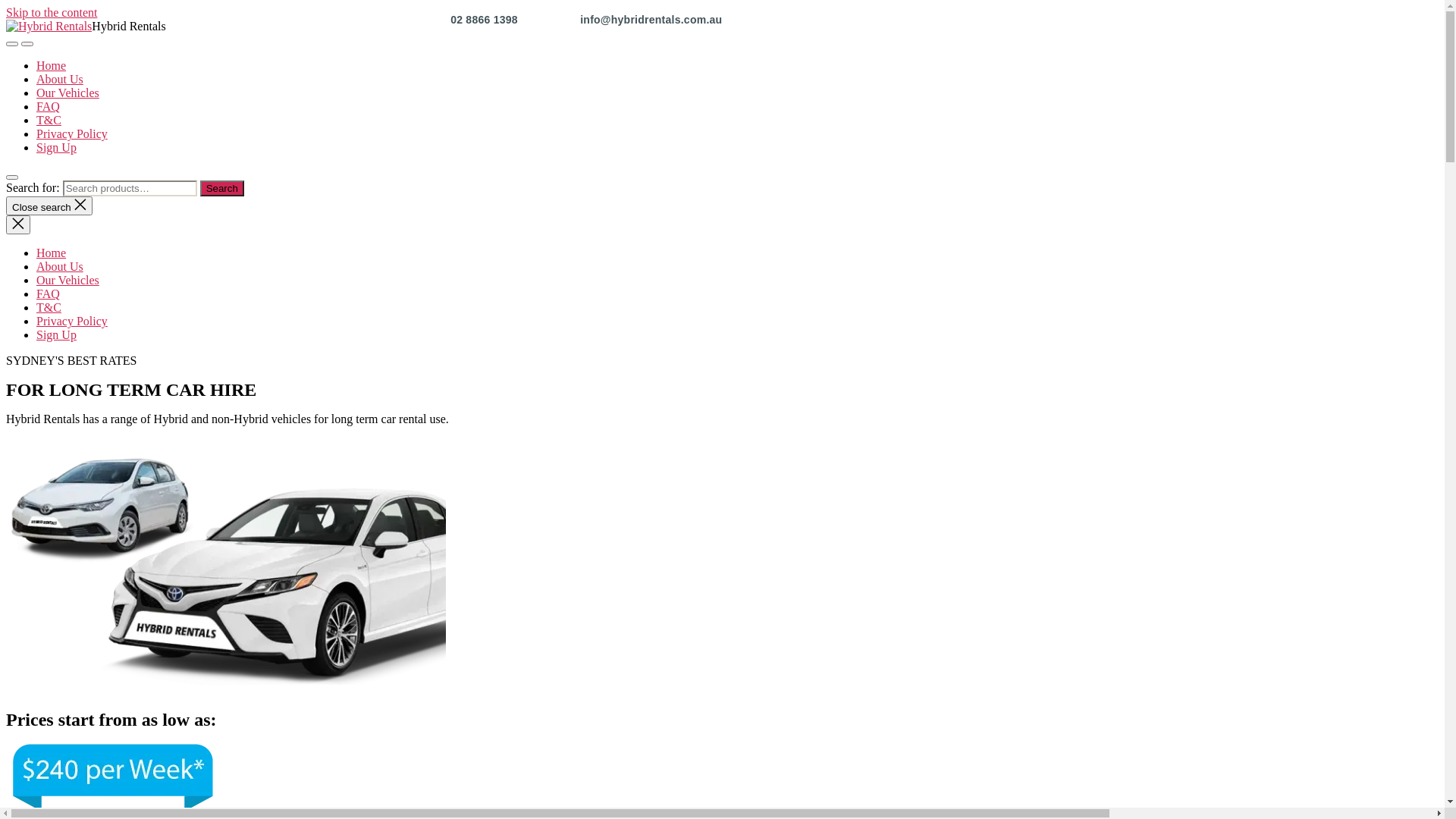 This screenshot has width=1456, height=819. I want to click on 'T&C', so click(49, 119).